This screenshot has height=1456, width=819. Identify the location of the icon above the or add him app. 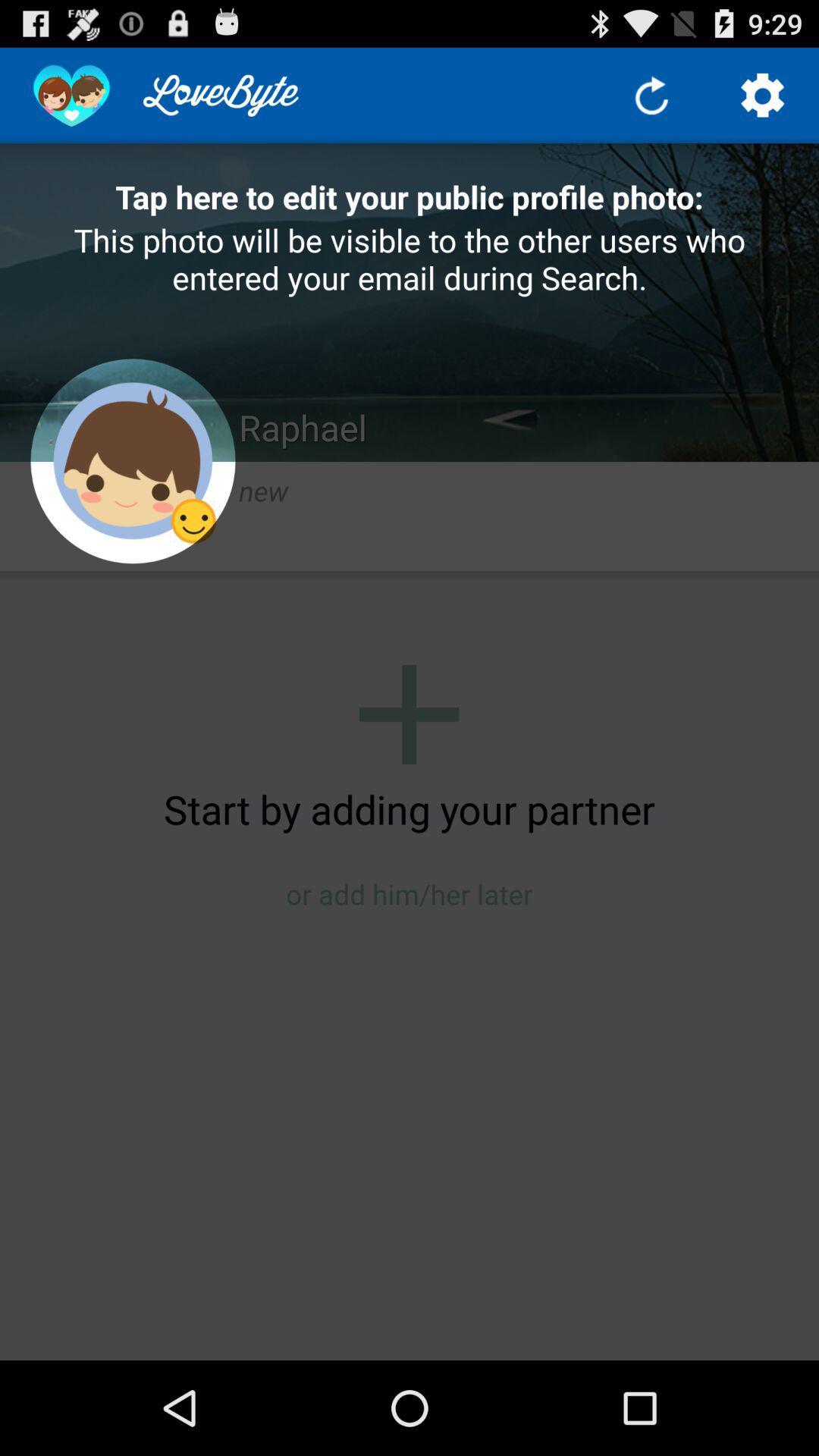
(409, 808).